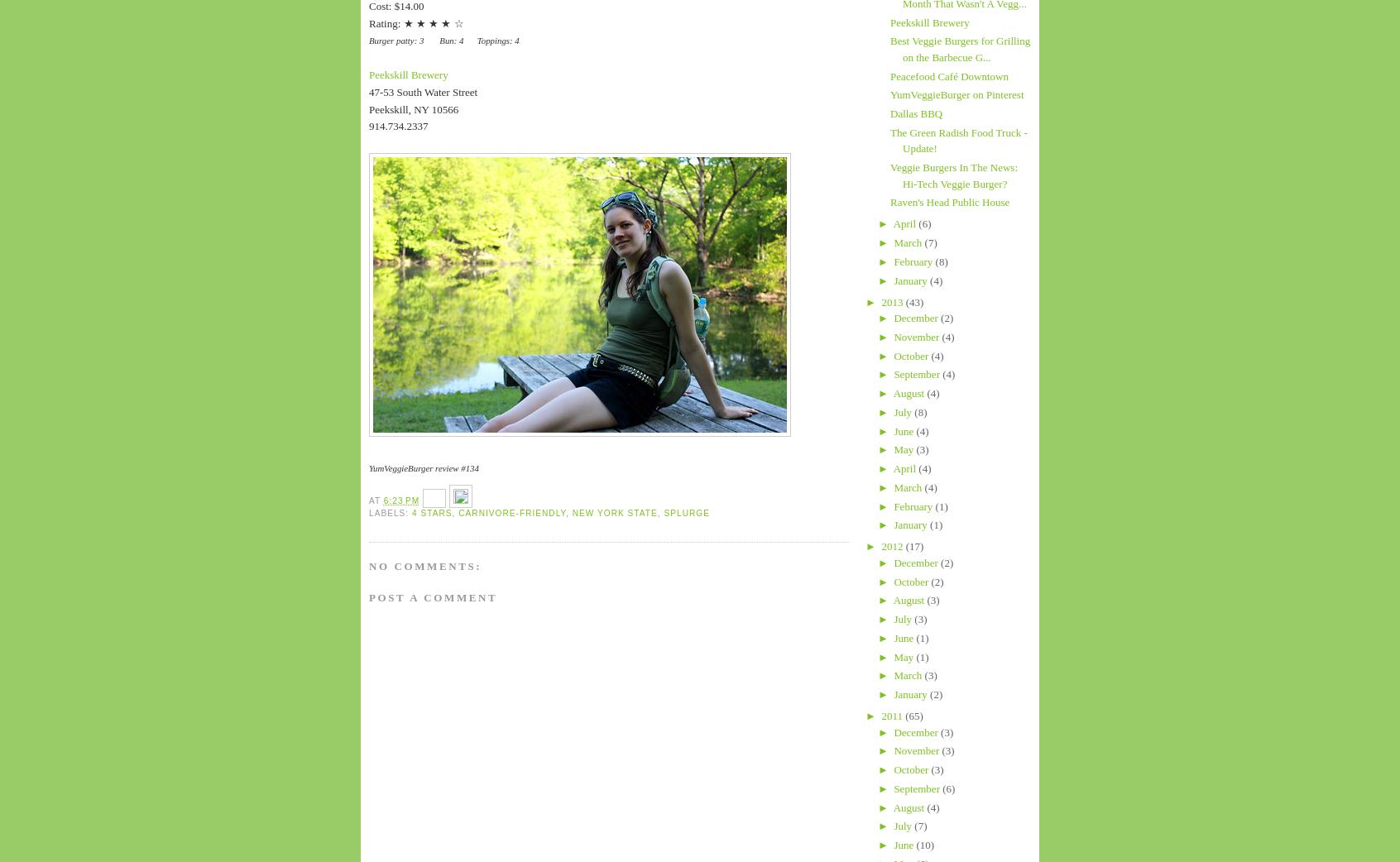 This screenshot has height=862, width=1400. What do you see at coordinates (949, 201) in the screenshot?
I see `'Raven's Head Public House'` at bounding box center [949, 201].